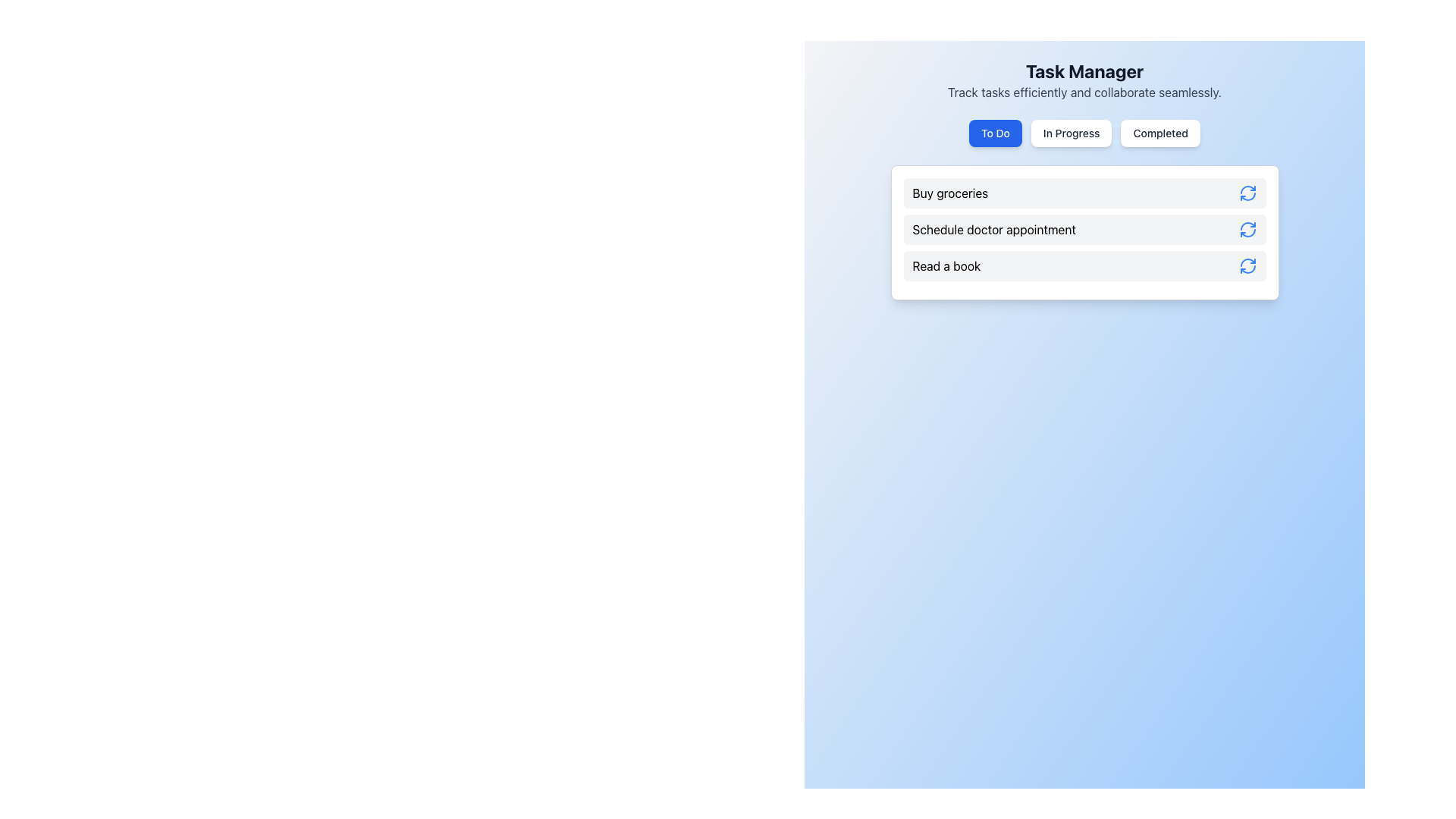 This screenshot has width=1456, height=819. What do you see at coordinates (1084, 133) in the screenshot?
I see `the 'In Progress' button in the task state filter group to switch to the 'In Progress' task category` at bounding box center [1084, 133].